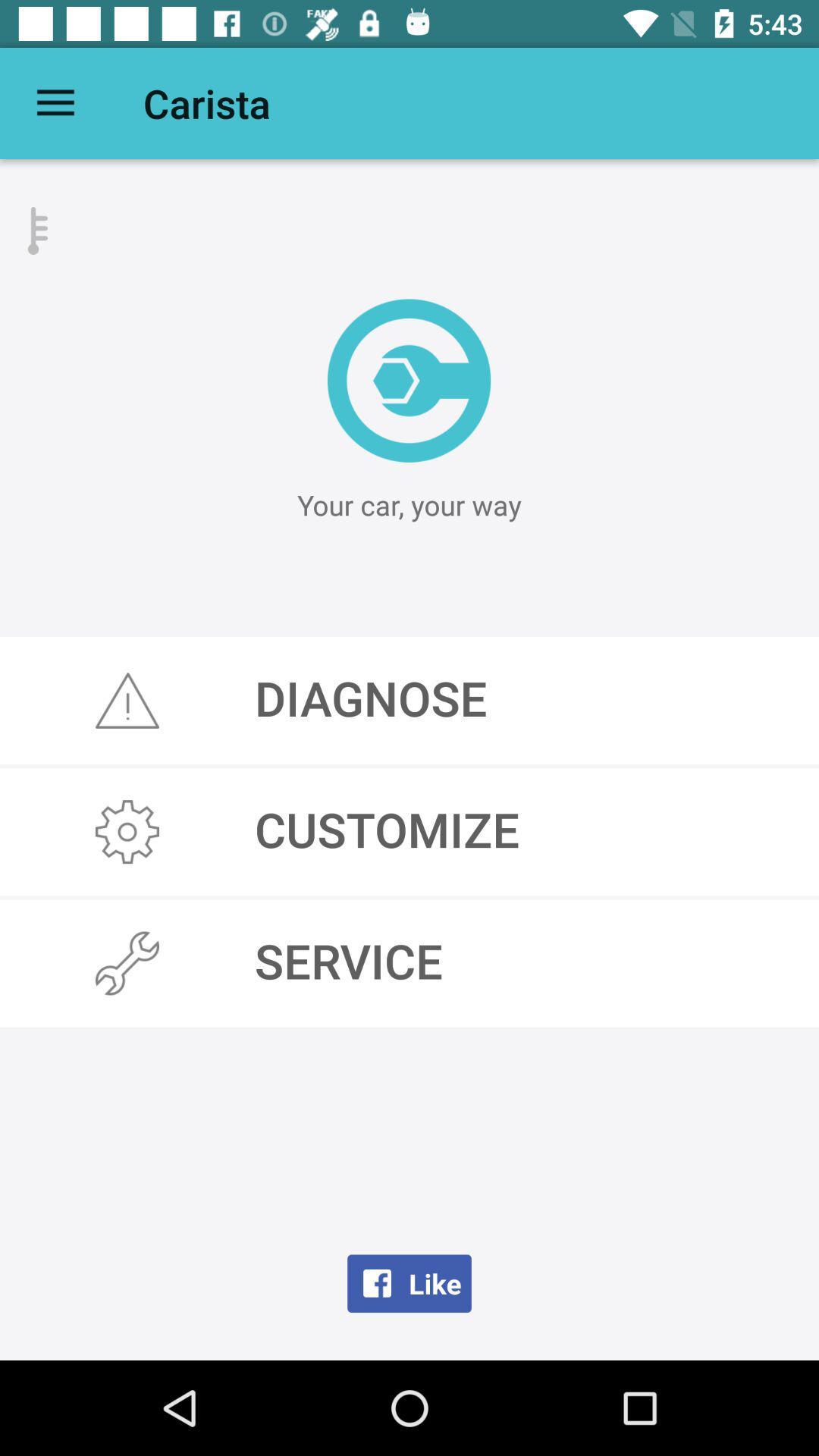 This screenshot has height=1456, width=819. What do you see at coordinates (409, 831) in the screenshot?
I see `item below the diagnose item` at bounding box center [409, 831].